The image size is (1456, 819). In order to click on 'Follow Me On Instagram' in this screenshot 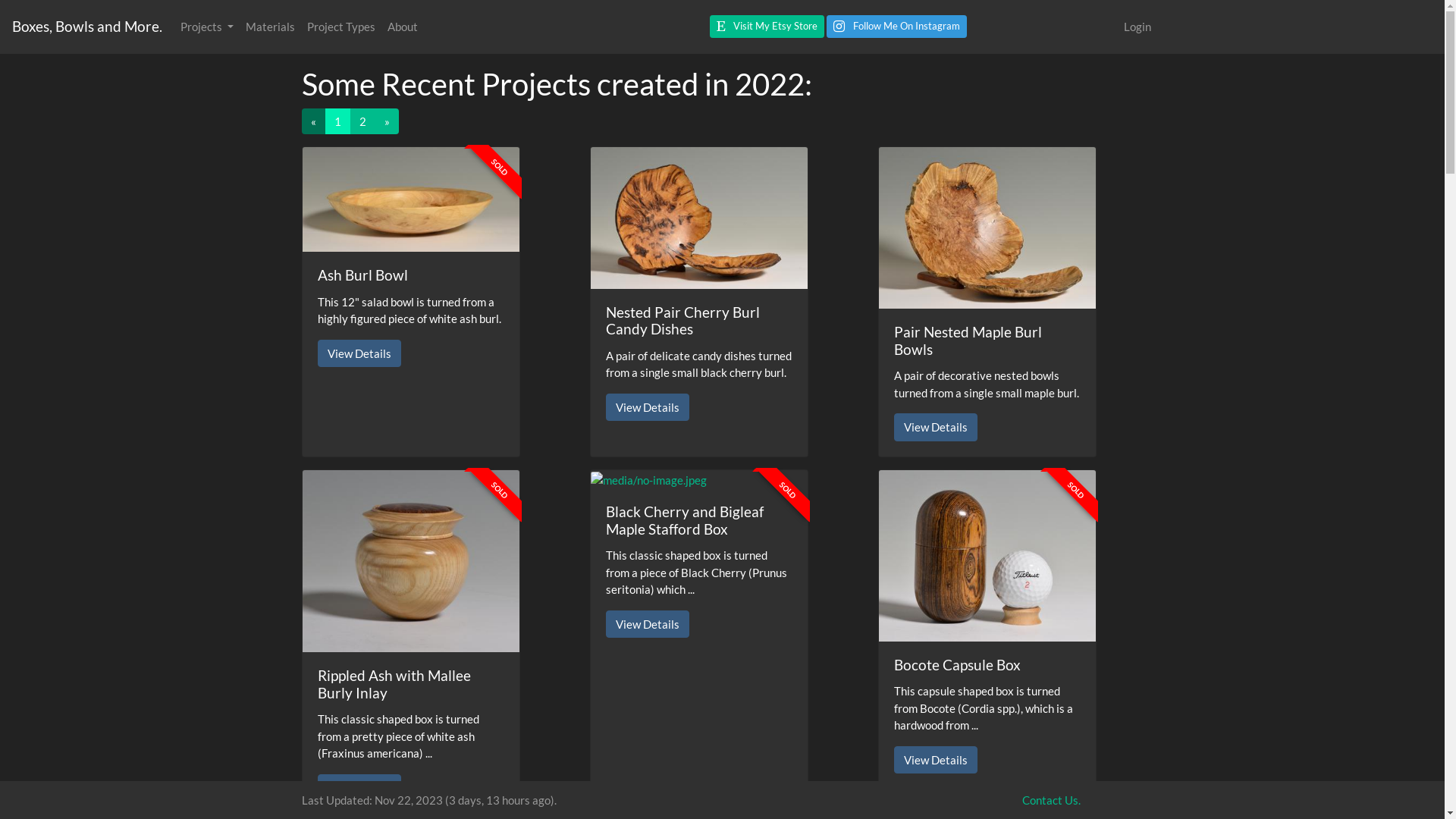, I will do `click(825, 26)`.